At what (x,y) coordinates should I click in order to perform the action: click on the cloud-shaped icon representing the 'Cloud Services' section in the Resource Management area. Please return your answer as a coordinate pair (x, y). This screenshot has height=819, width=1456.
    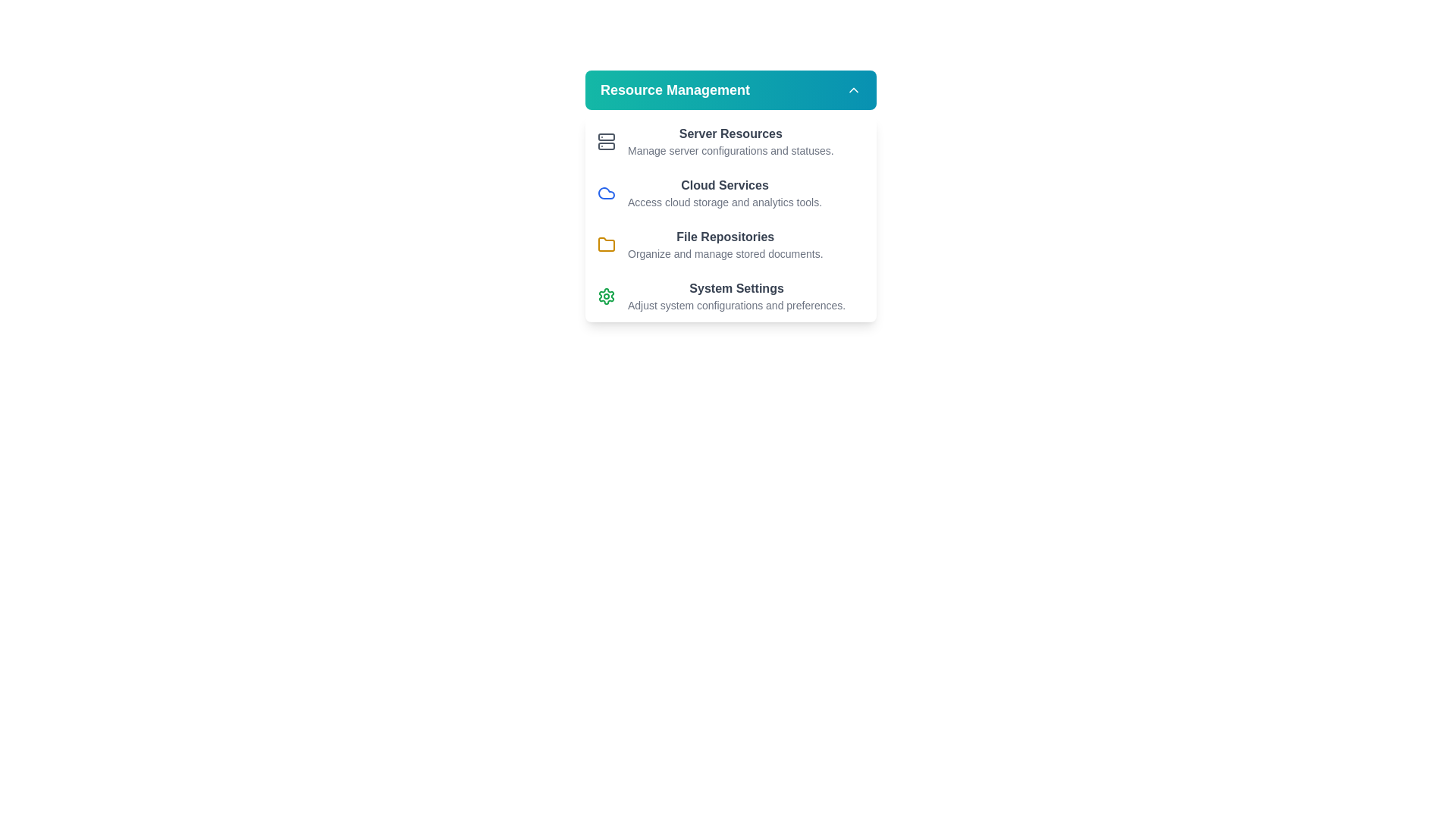
    Looking at the image, I should click on (607, 192).